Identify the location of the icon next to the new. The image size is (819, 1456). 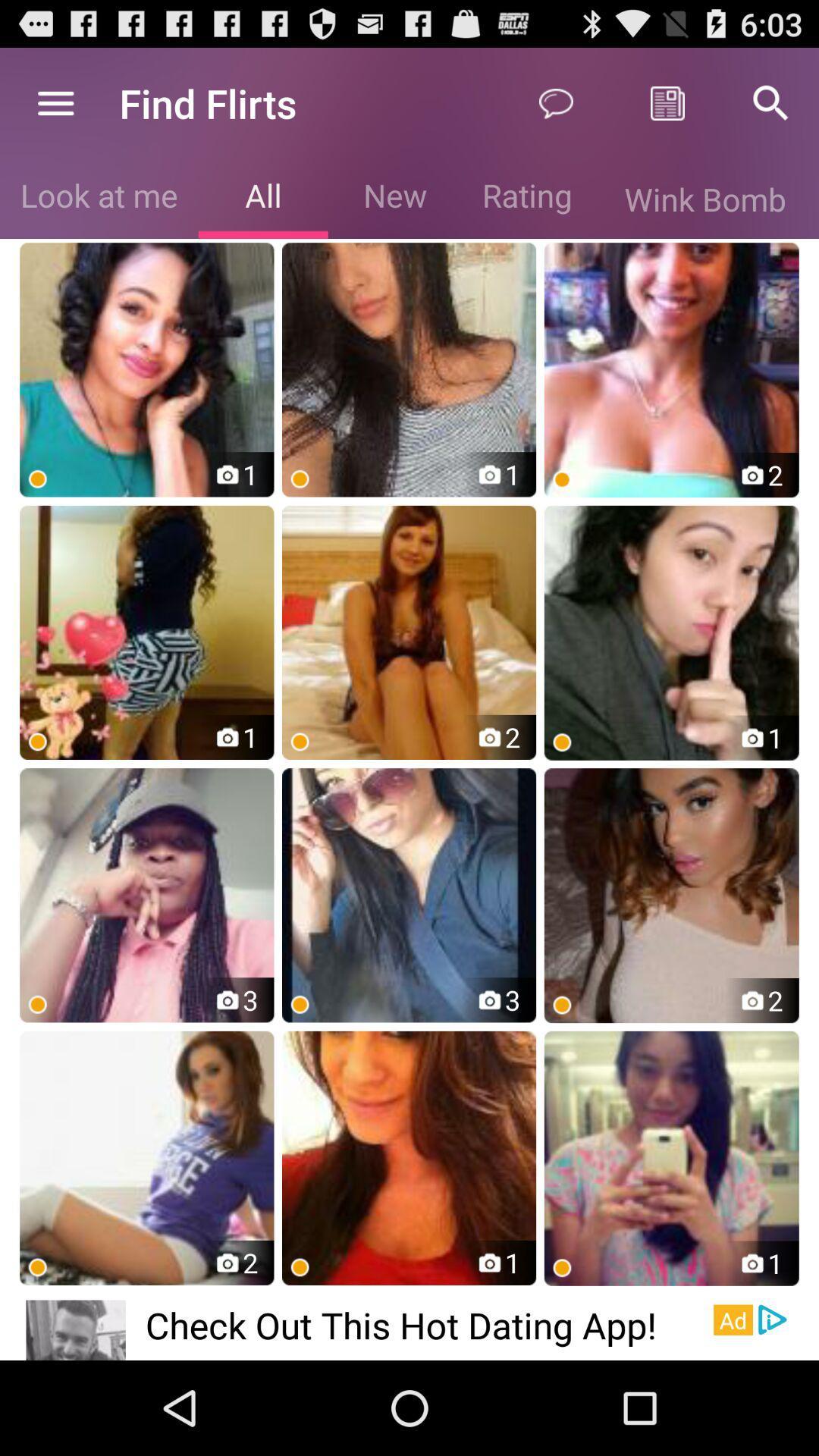
(262, 198).